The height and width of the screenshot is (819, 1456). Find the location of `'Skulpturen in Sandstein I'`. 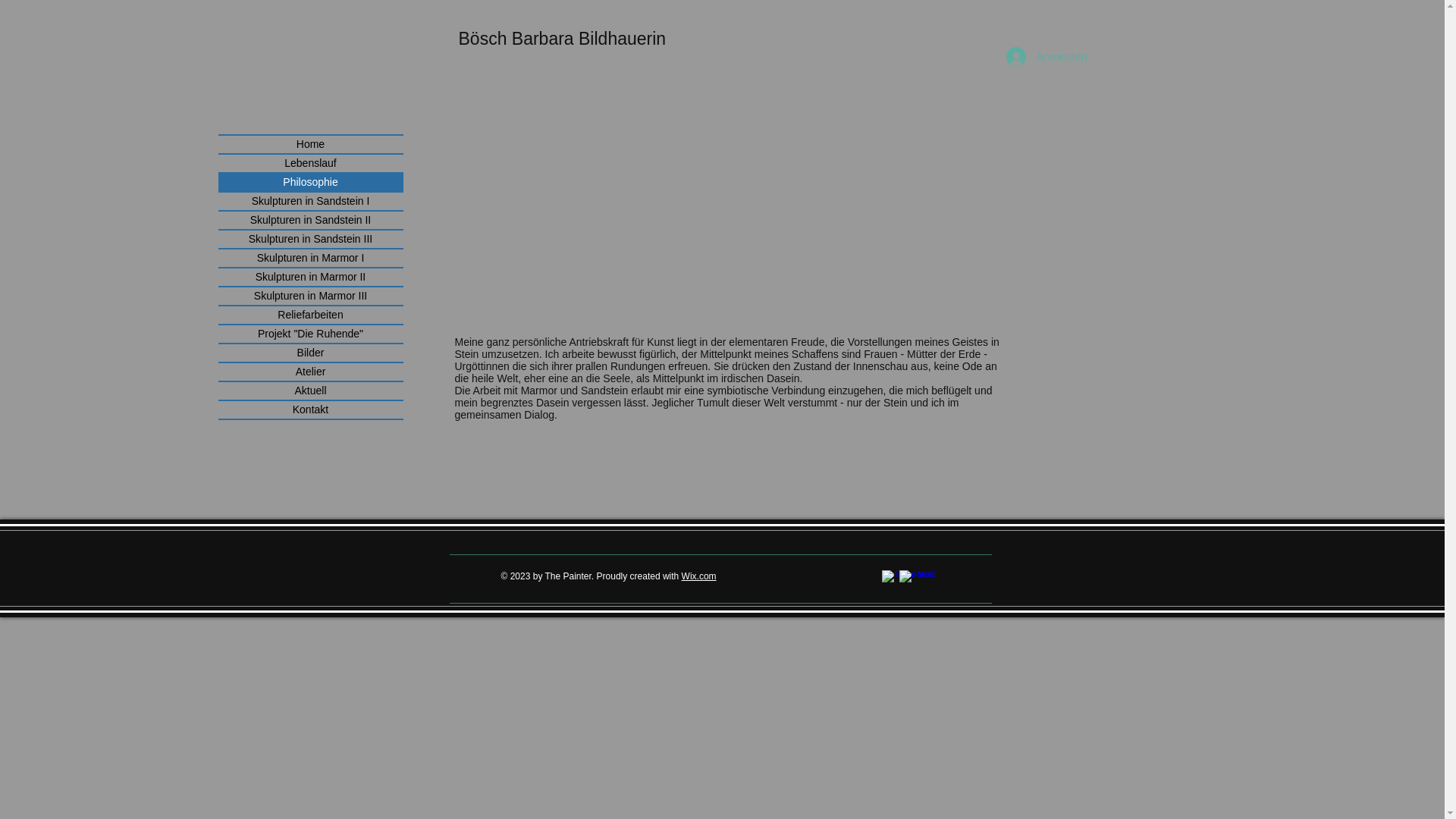

'Skulpturen in Sandstein I' is located at coordinates (309, 200).